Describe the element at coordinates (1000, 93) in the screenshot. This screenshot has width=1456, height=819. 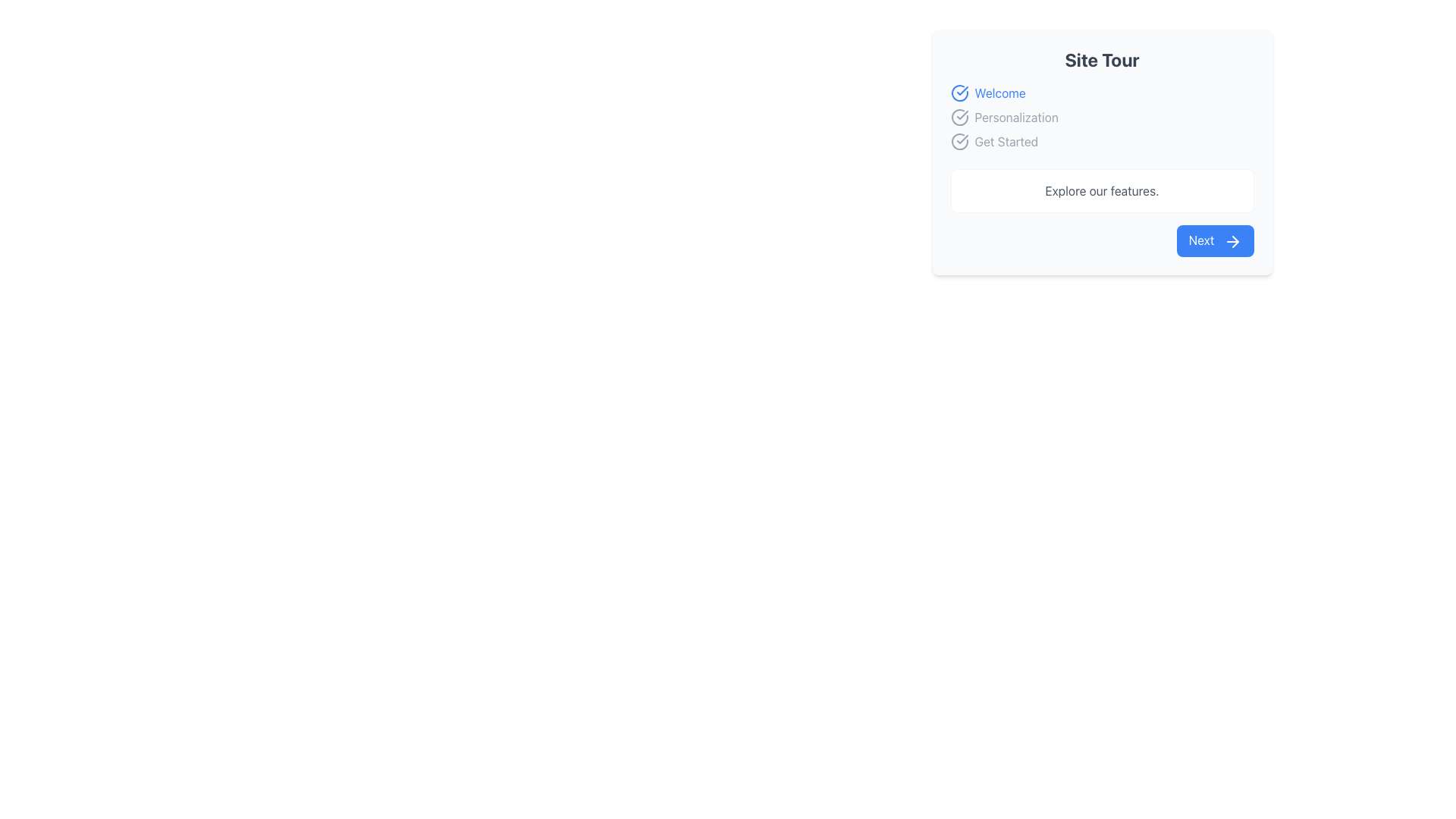
I see `text of the first label in the checklist under the 'Site Tour' heading, which indicates the title or category of the item` at that location.